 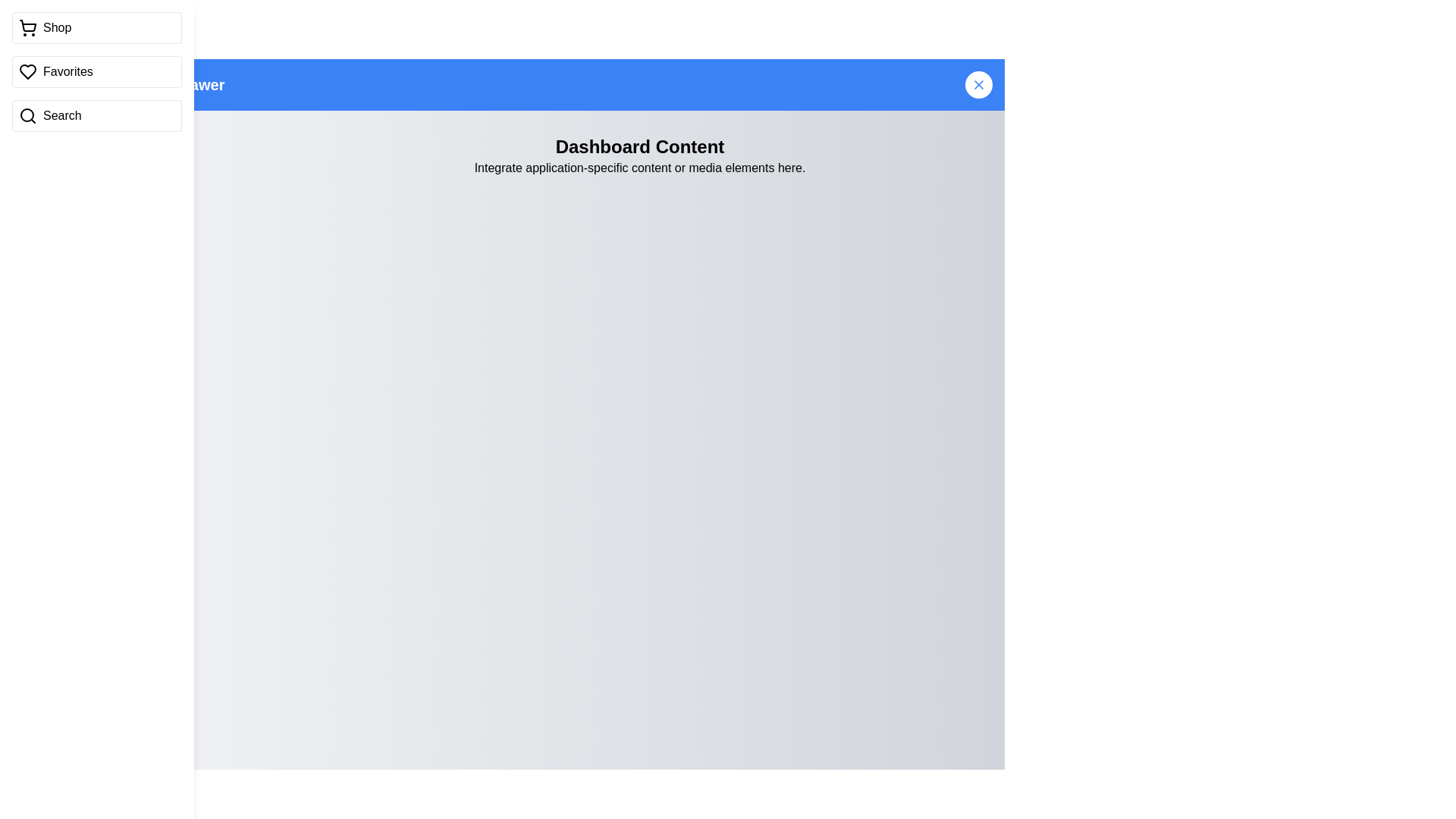 I want to click on the navigation button at the top of the vertical menu on the left side of the interface, so click(x=96, y=28).